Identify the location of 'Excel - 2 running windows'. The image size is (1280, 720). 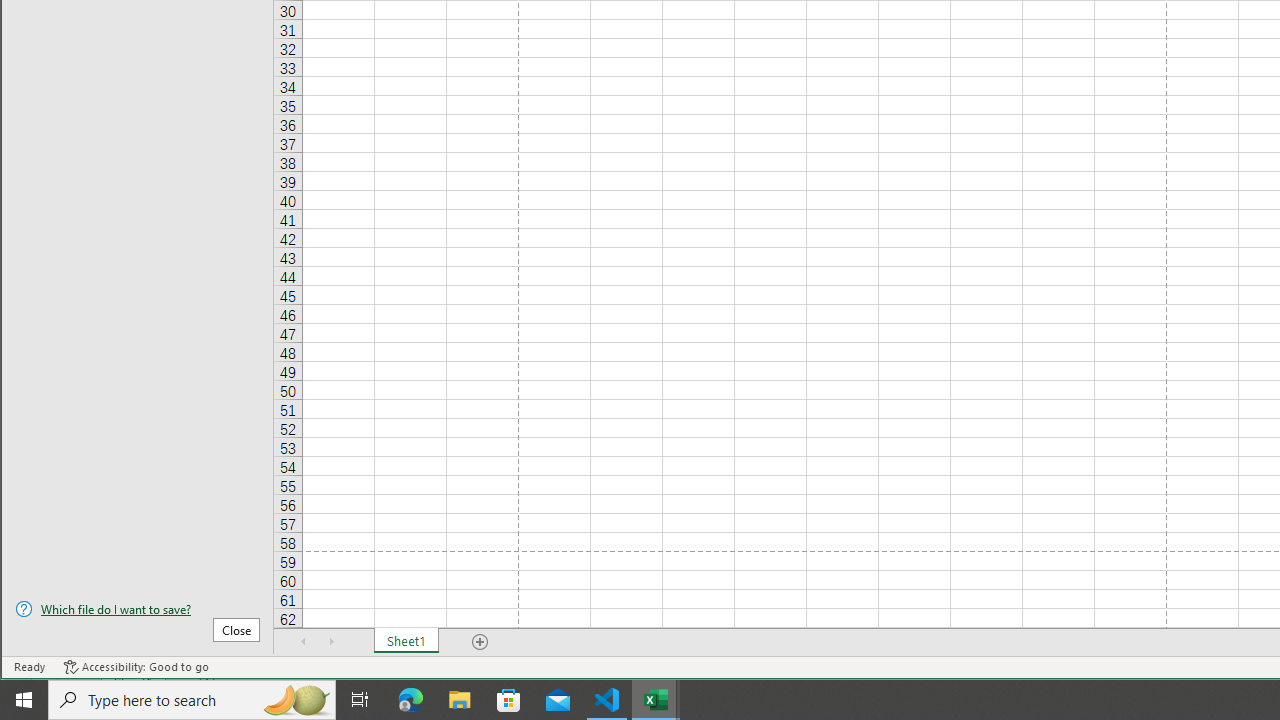
(656, 698).